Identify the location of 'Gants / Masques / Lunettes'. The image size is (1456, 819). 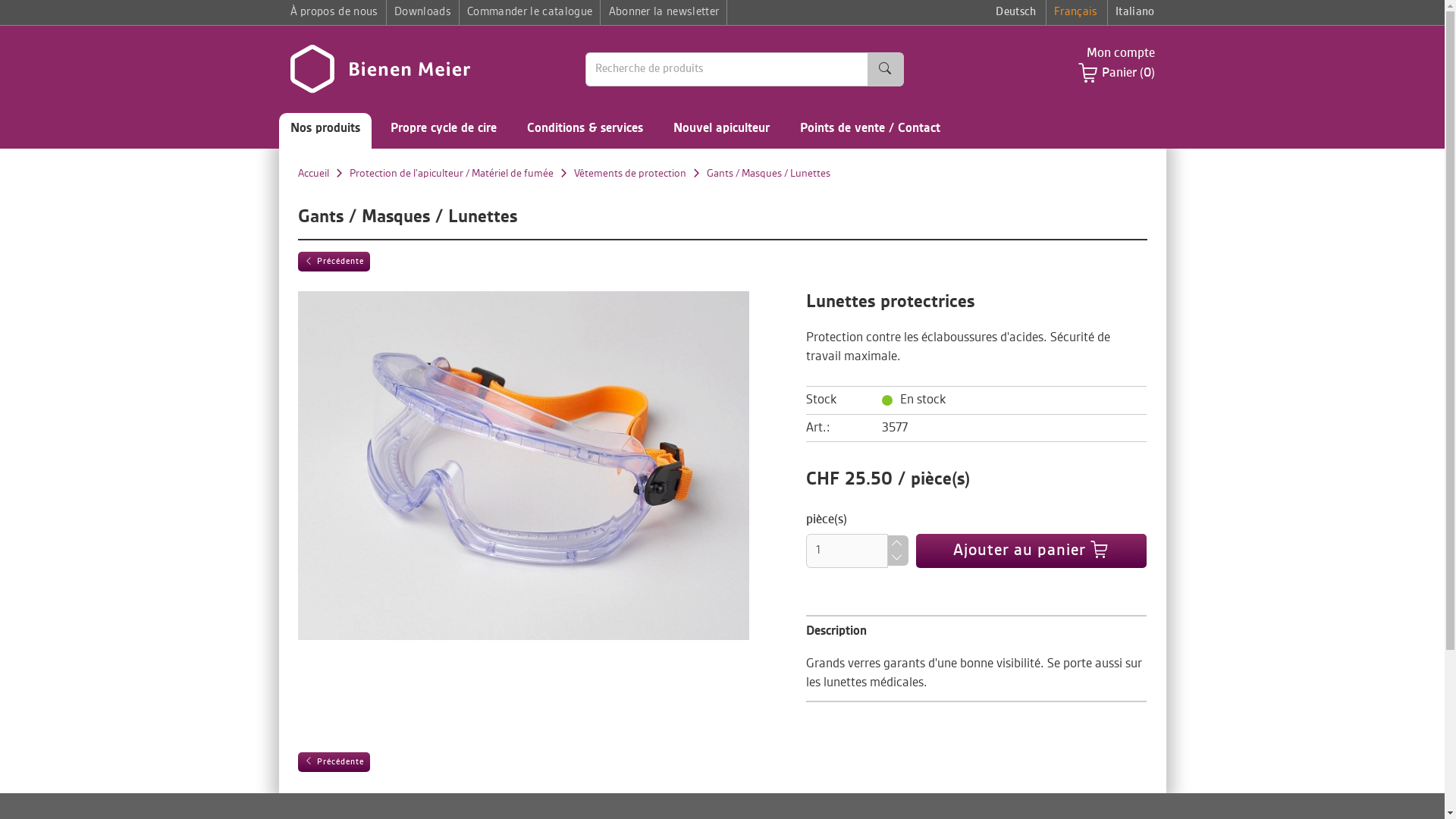
(768, 172).